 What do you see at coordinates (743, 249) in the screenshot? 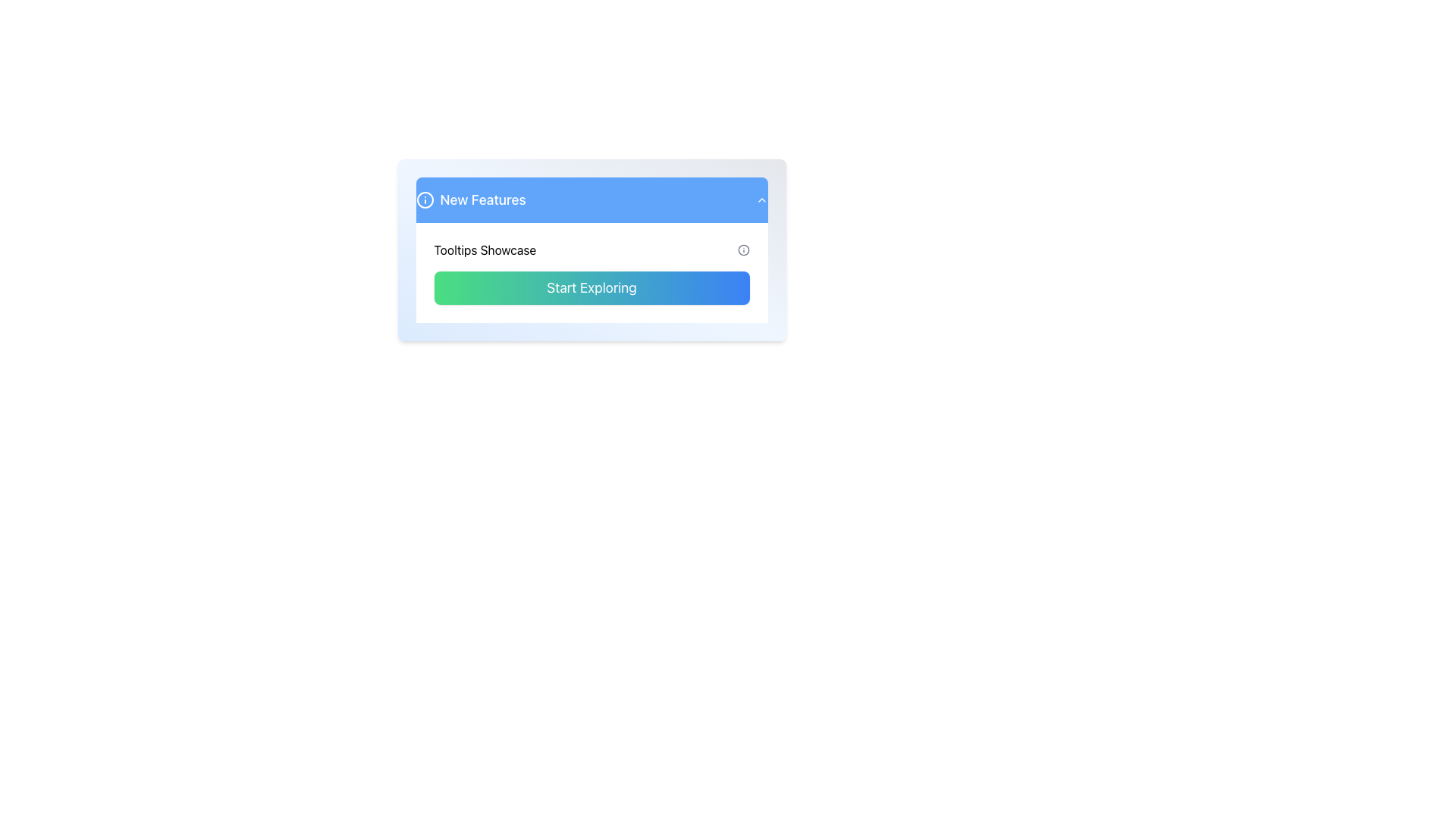
I see `the small circular Information Icon with an 'i' symbol, located in the upper right corner of the 'Tooltips Showcase' section` at bounding box center [743, 249].